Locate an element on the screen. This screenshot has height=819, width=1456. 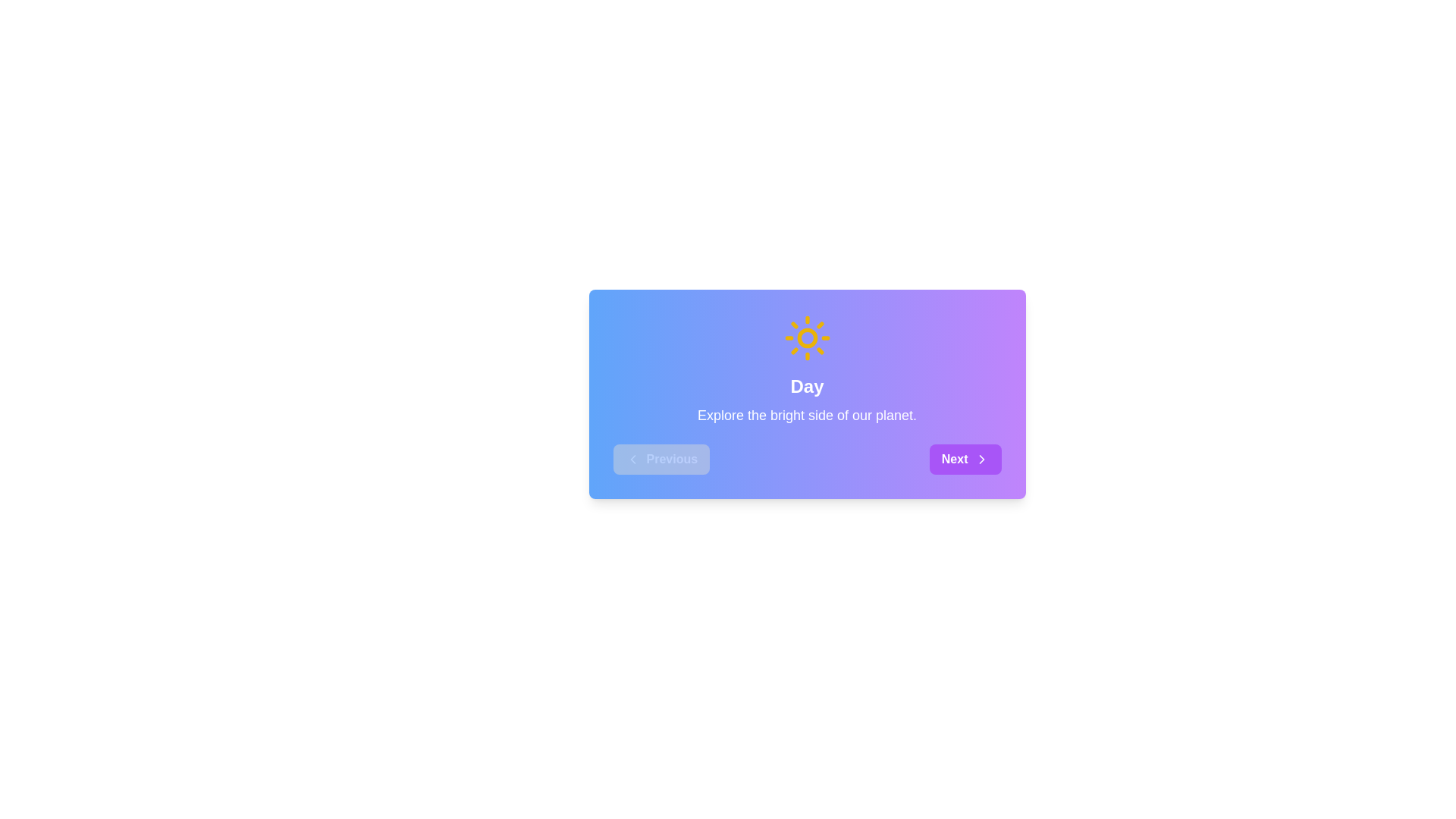
the 'Next' button which contains a rightward-pointing chevron icon to proceed is located at coordinates (981, 458).